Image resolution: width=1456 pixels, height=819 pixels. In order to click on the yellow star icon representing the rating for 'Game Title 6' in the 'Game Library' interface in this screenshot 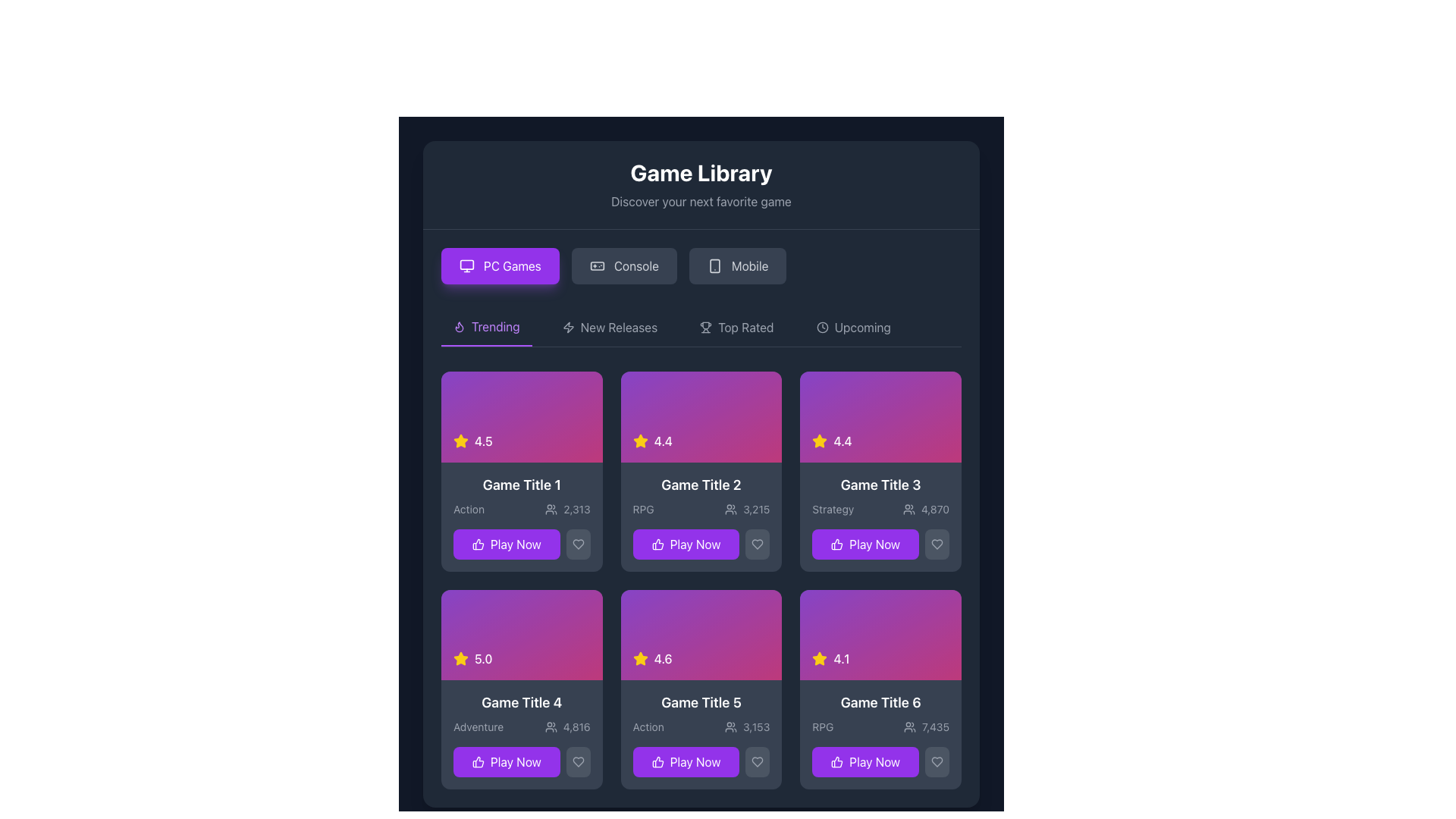, I will do `click(460, 657)`.